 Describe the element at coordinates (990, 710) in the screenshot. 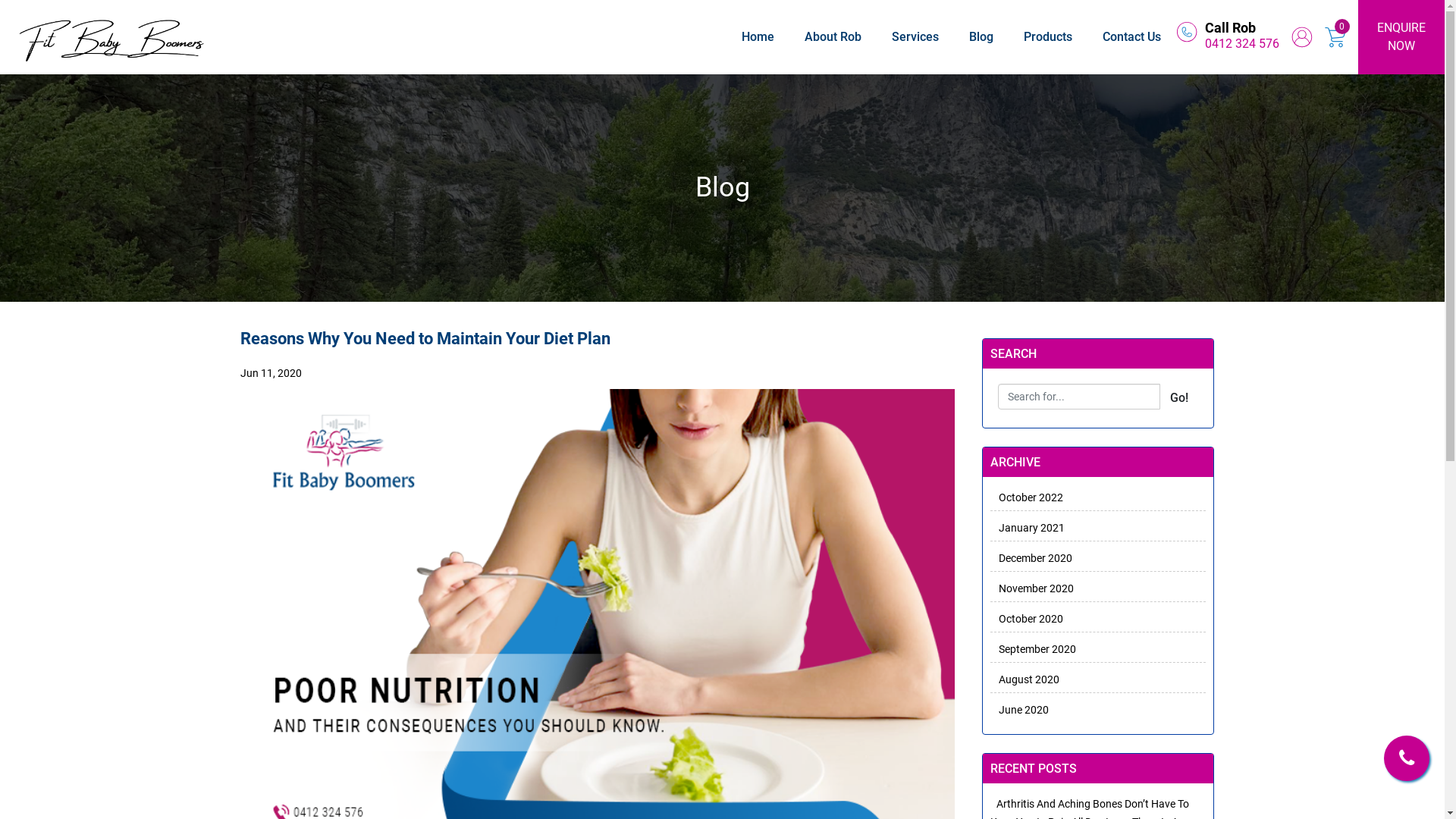

I see `'June 2020'` at that location.